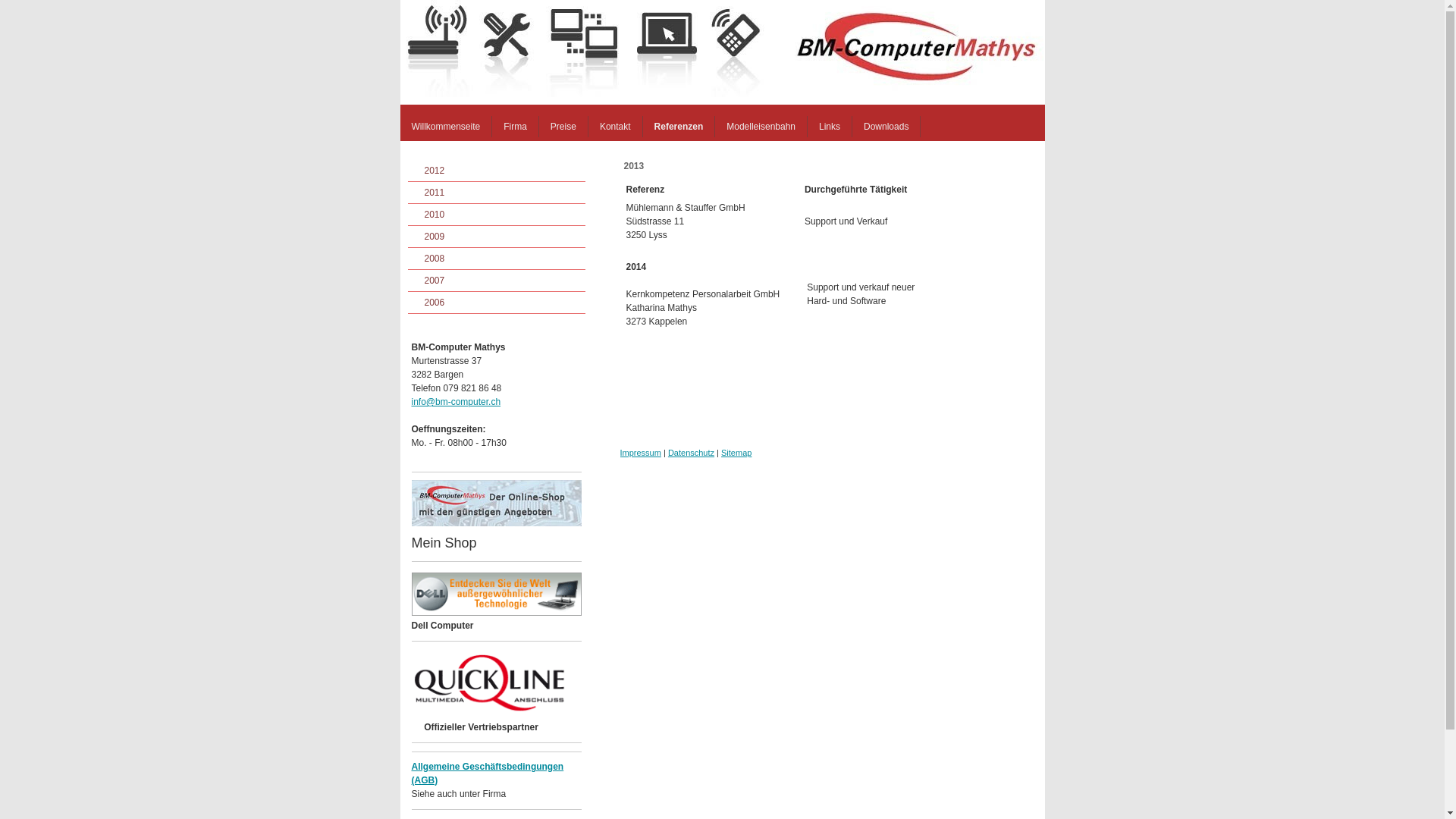  I want to click on '2009', so click(496, 237).